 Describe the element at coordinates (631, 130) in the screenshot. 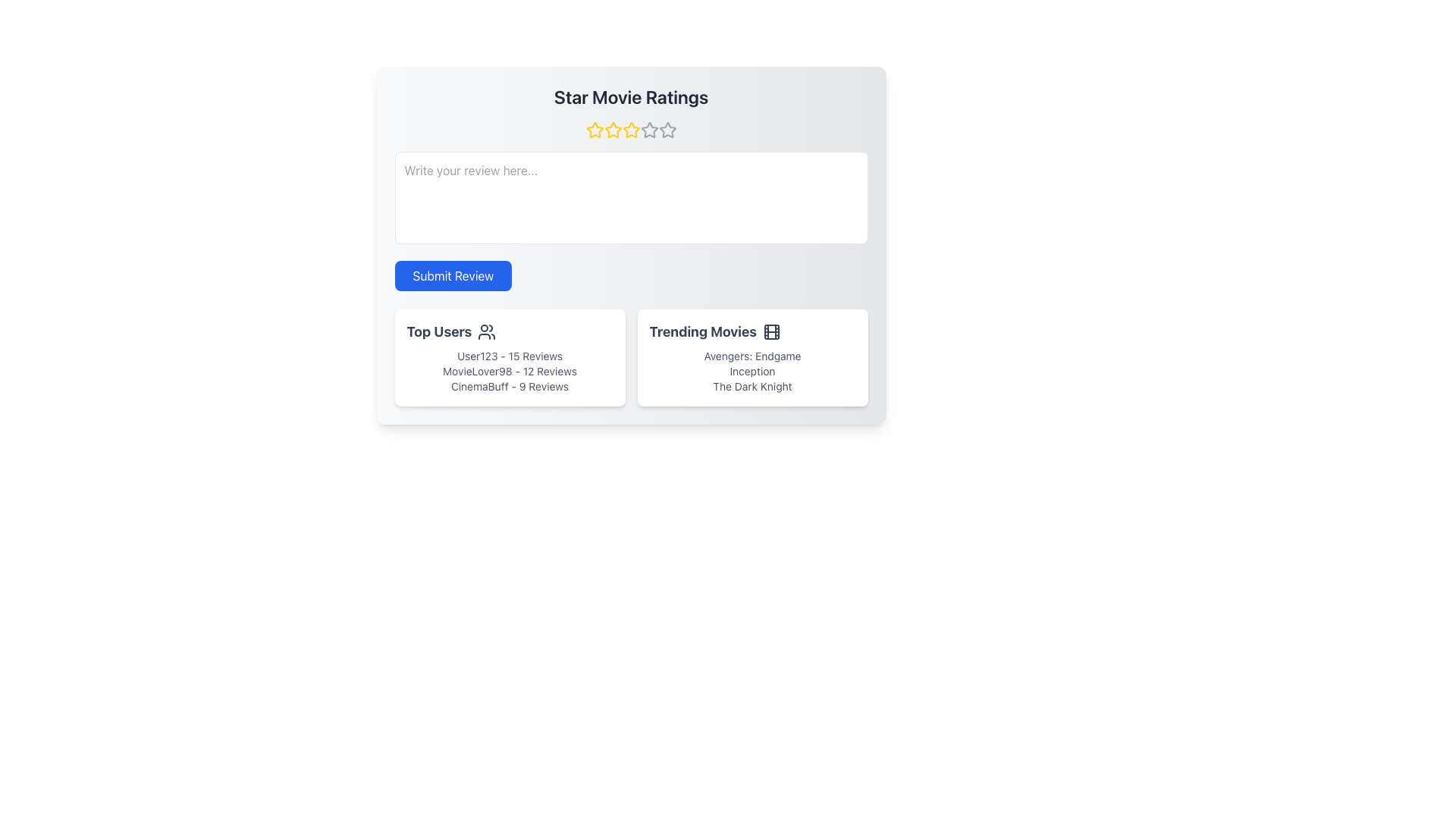

I see `the third yellow star in the rating system` at that location.